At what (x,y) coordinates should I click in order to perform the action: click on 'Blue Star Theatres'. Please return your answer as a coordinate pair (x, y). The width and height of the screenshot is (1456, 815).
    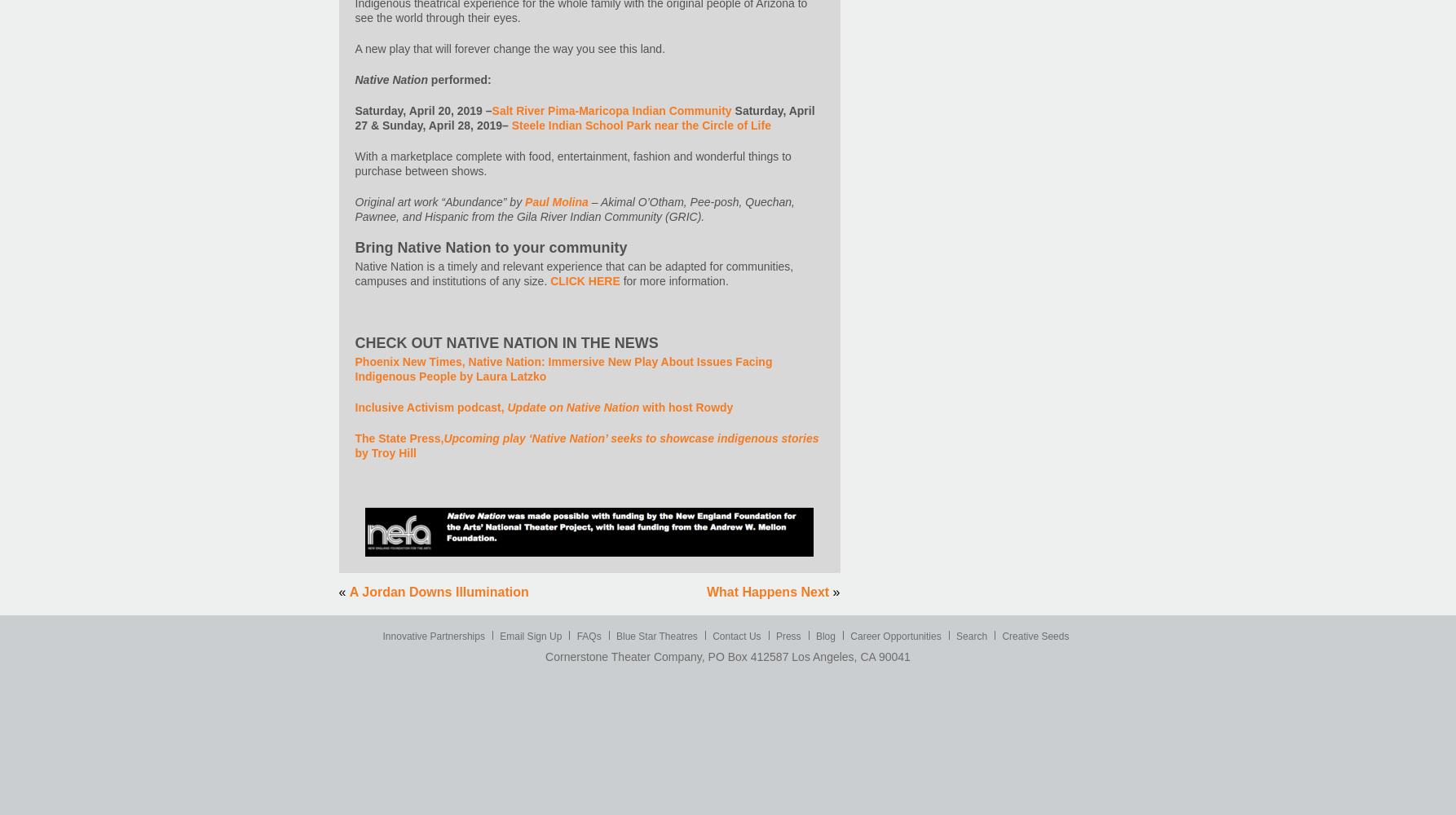
    Looking at the image, I should click on (615, 637).